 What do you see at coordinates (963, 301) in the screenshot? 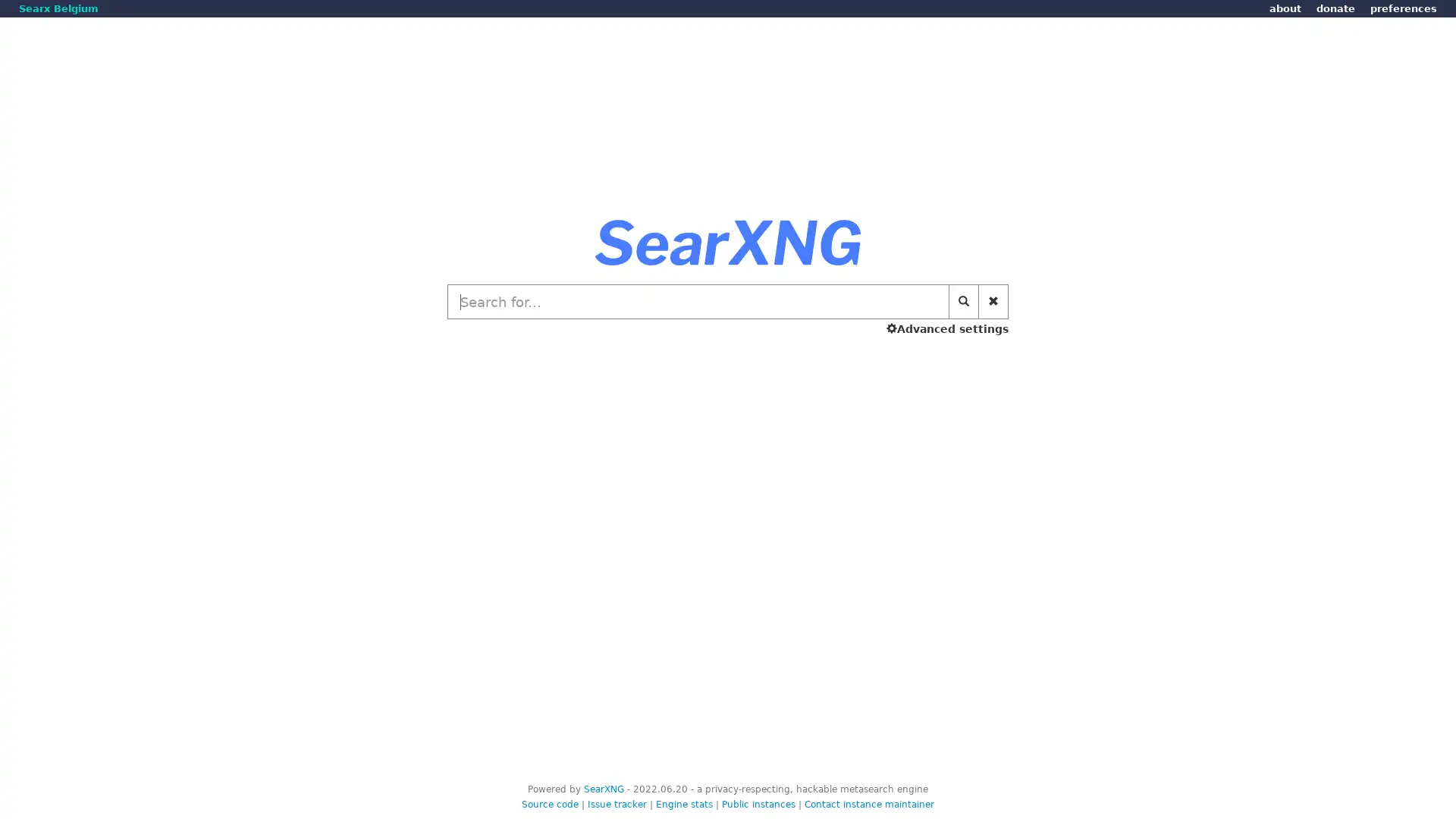
I see `Start search` at bounding box center [963, 301].